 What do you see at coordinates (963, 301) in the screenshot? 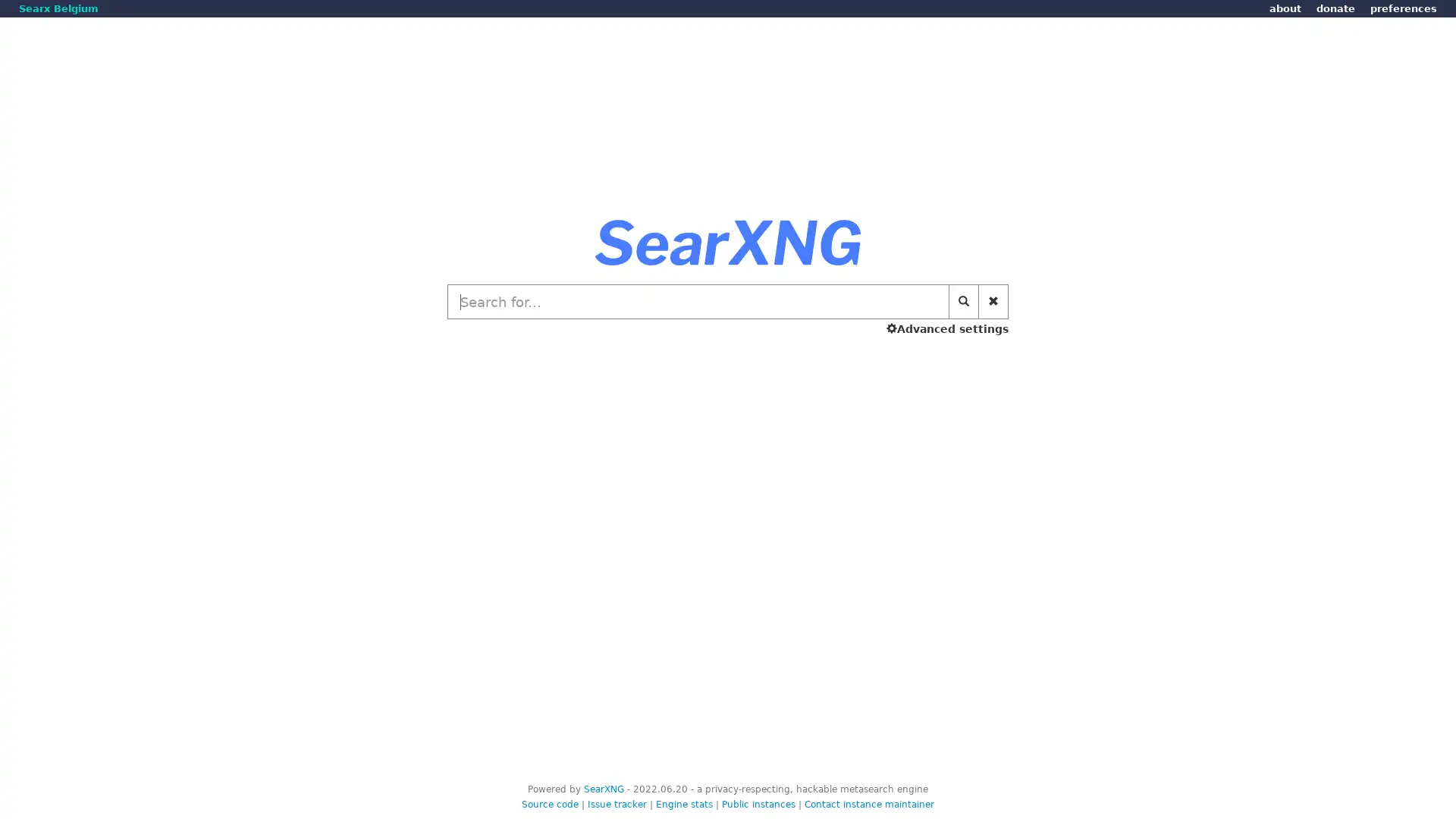
I see `Start search` at bounding box center [963, 301].